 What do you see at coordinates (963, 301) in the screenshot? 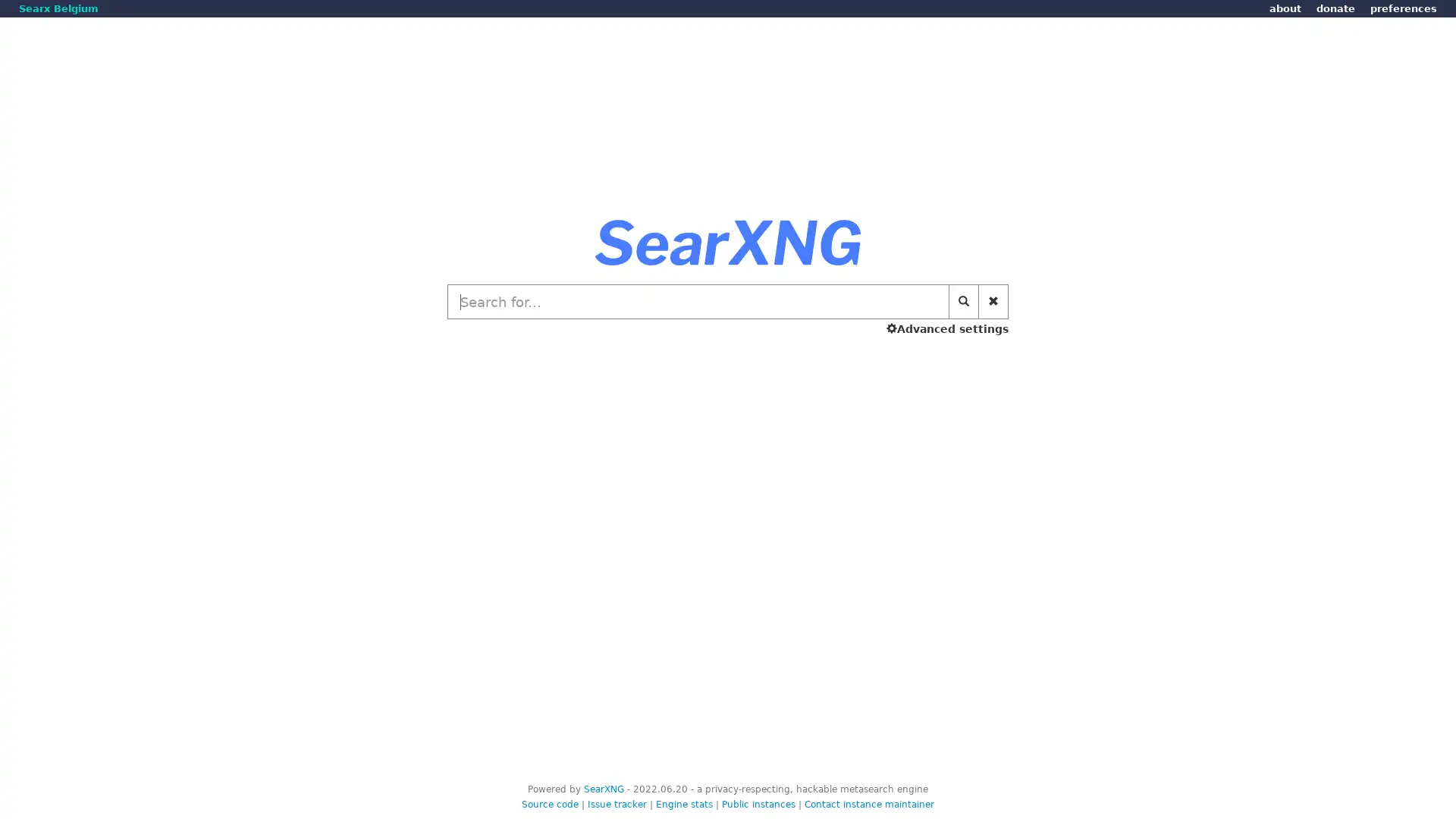
I see `Start search` at bounding box center [963, 301].